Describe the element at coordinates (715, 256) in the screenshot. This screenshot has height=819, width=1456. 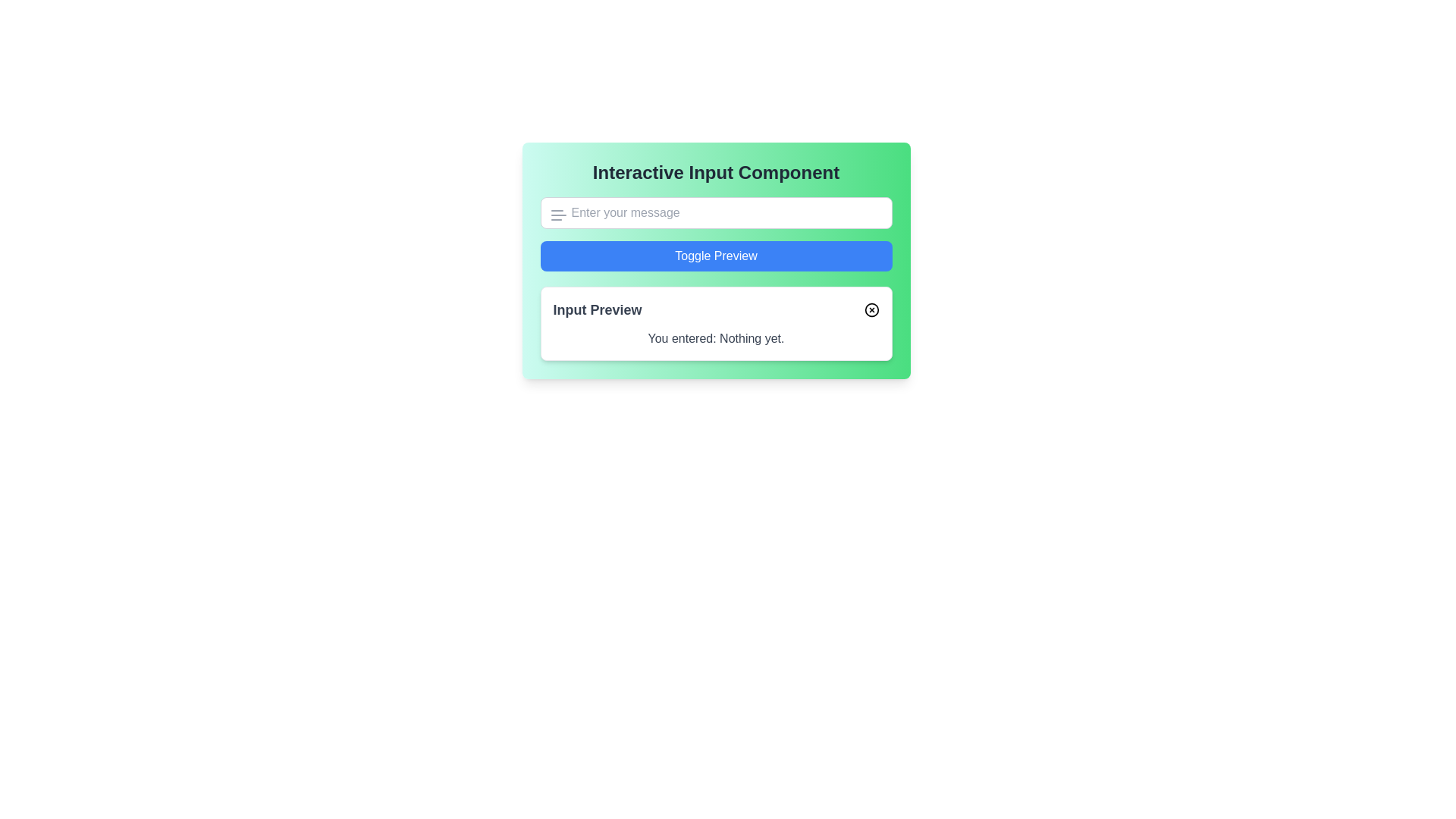
I see `the 'Toggle Preview' button, which is a rectangular button with rounded corners, blue background, and white text` at that location.